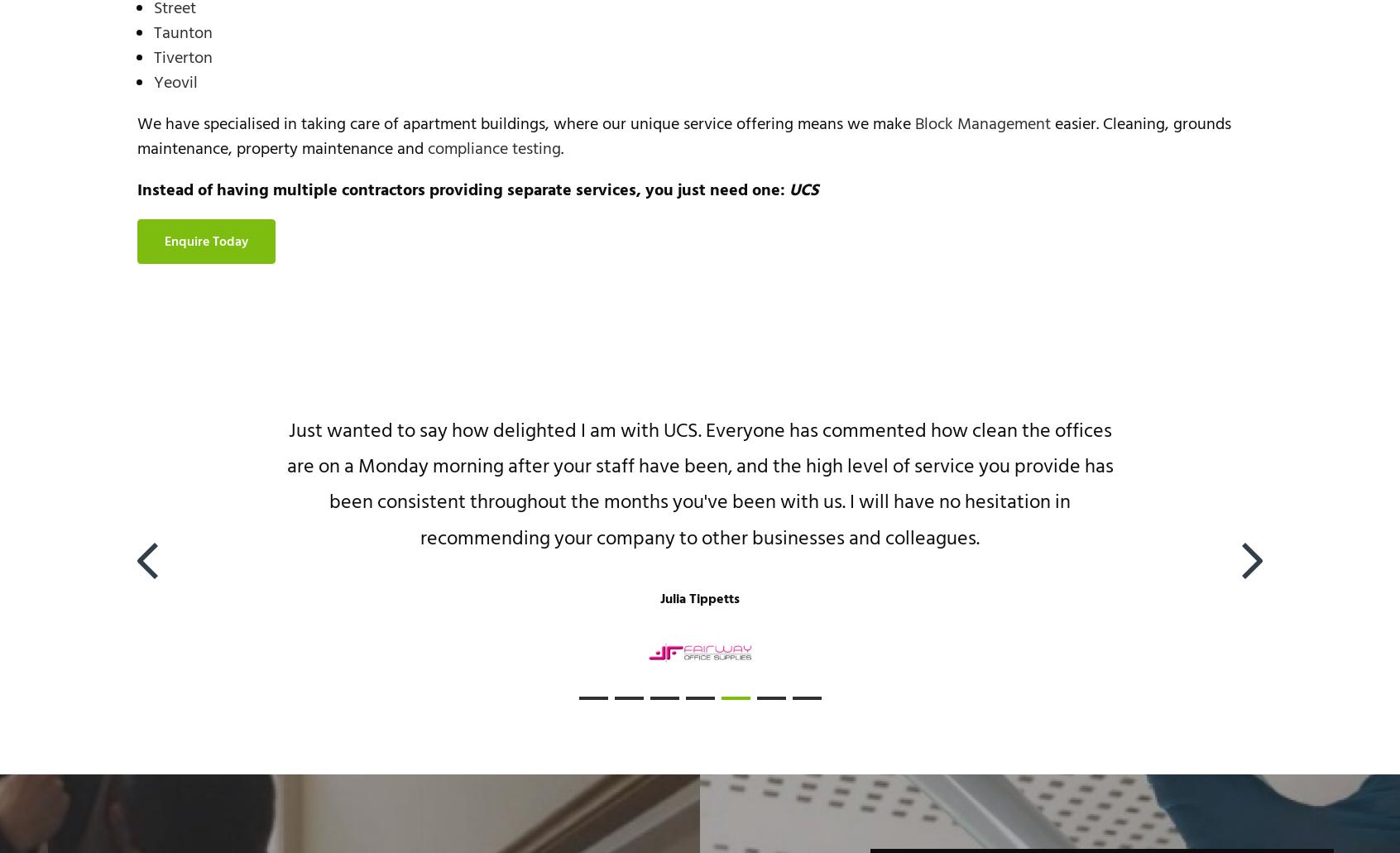 The width and height of the screenshot is (1400, 853). Describe the element at coordinates (463, 190) in the screenshot. I see `'Instead of having multiple contractors providing separate services, you just need one:'` at that location.